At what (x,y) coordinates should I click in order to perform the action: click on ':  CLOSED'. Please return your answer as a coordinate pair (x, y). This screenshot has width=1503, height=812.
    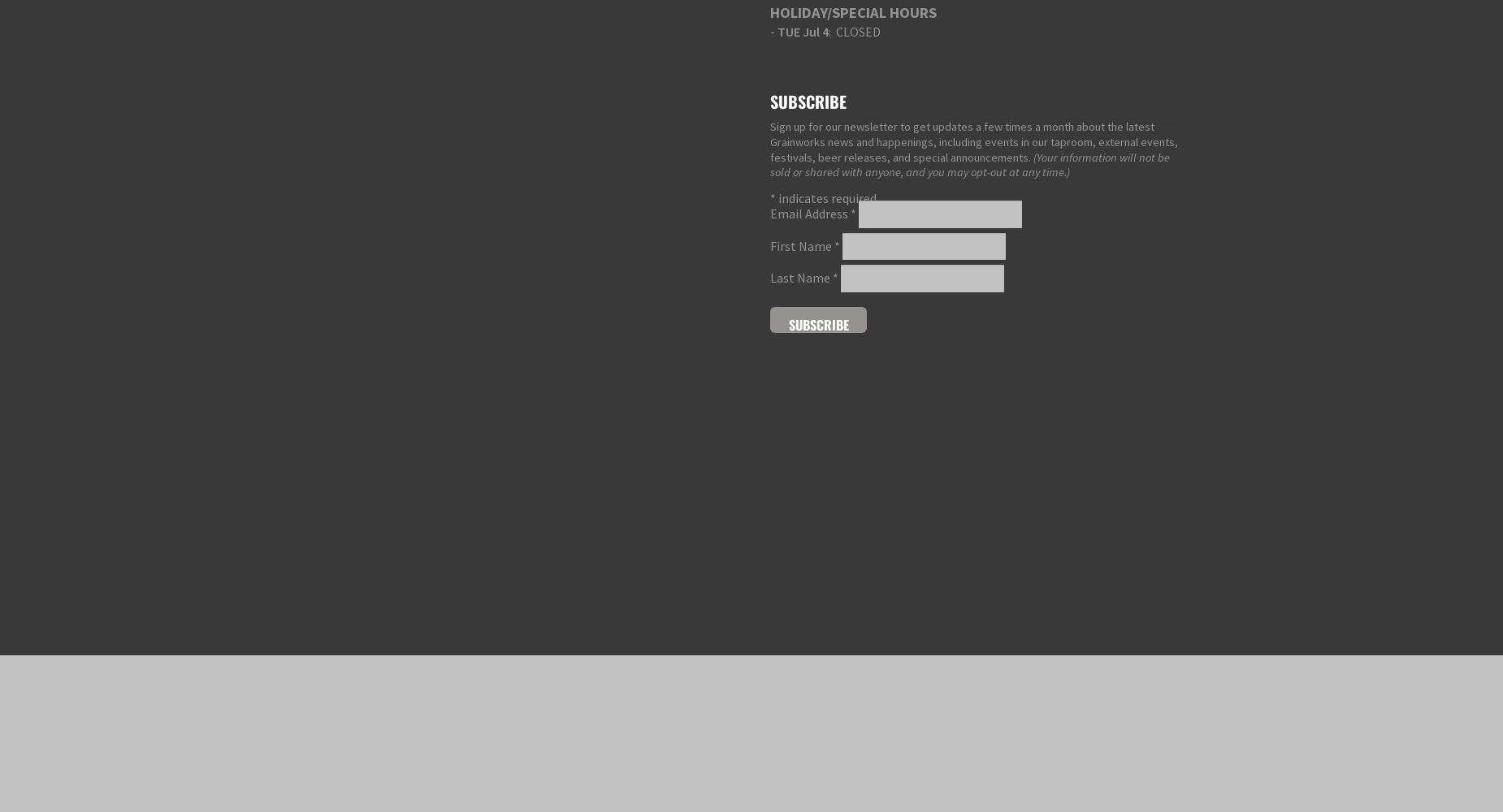
    Looking at the image, I should click on (856, 32).